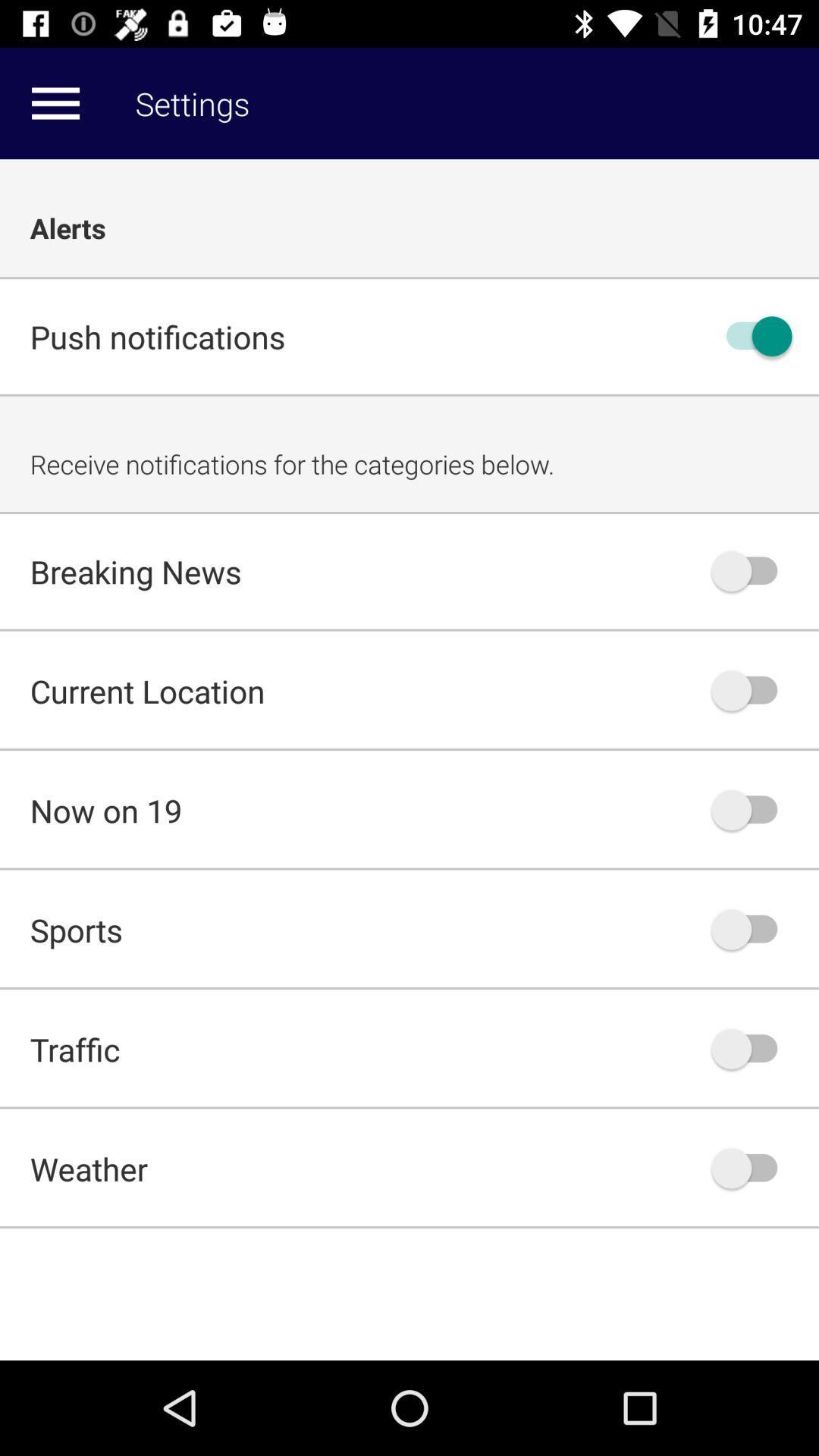  Describe the element at coordinates (752, 1167) in the screenshot. I see `weather` at that location.